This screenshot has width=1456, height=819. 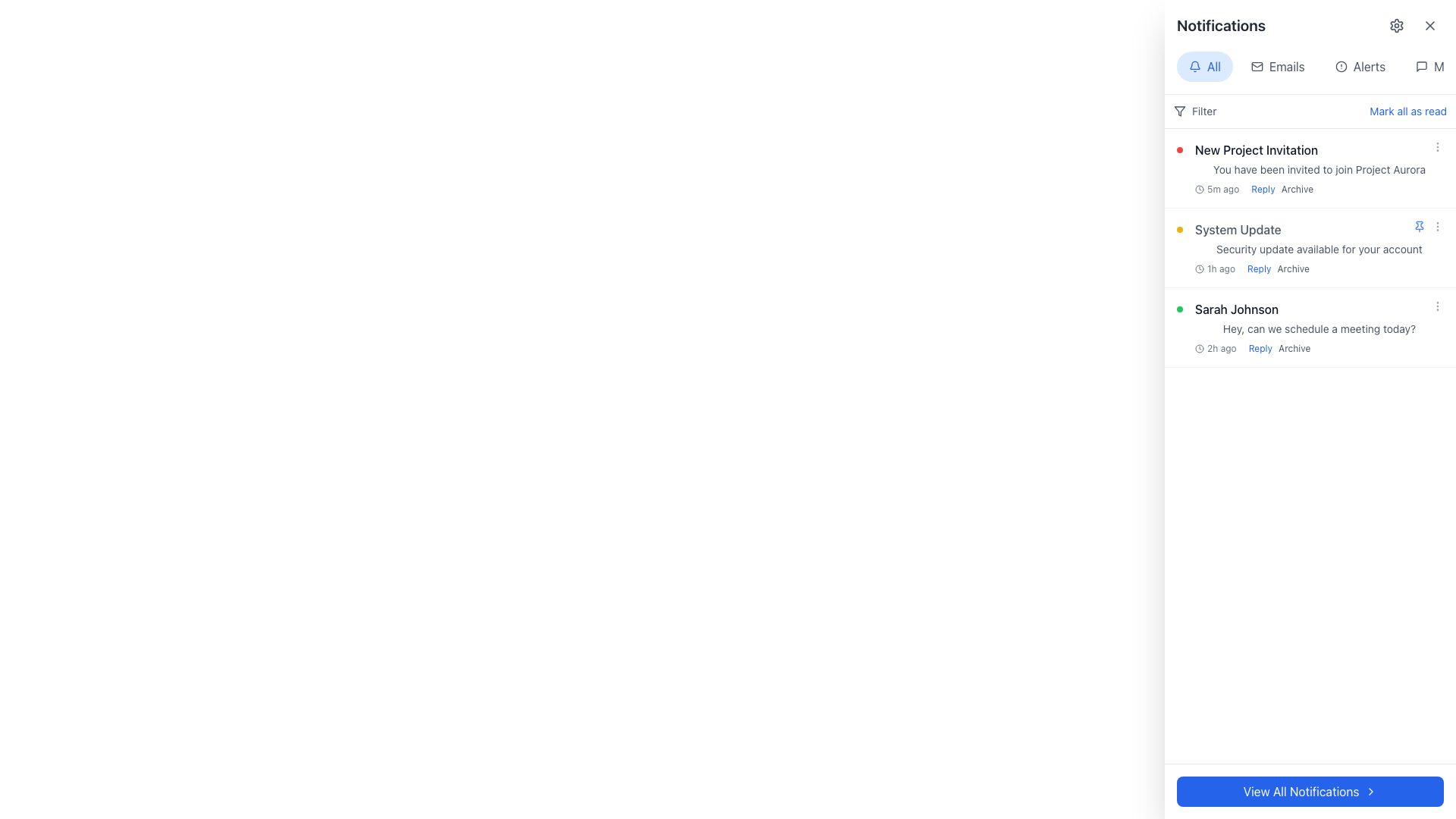 What do you see at coordinates (1371, 791) in the screenshot?
I see `the rightward chevron arrow icon that is located on the right side of the 'View All Notifications' button` at bounding box center [1371, 791].